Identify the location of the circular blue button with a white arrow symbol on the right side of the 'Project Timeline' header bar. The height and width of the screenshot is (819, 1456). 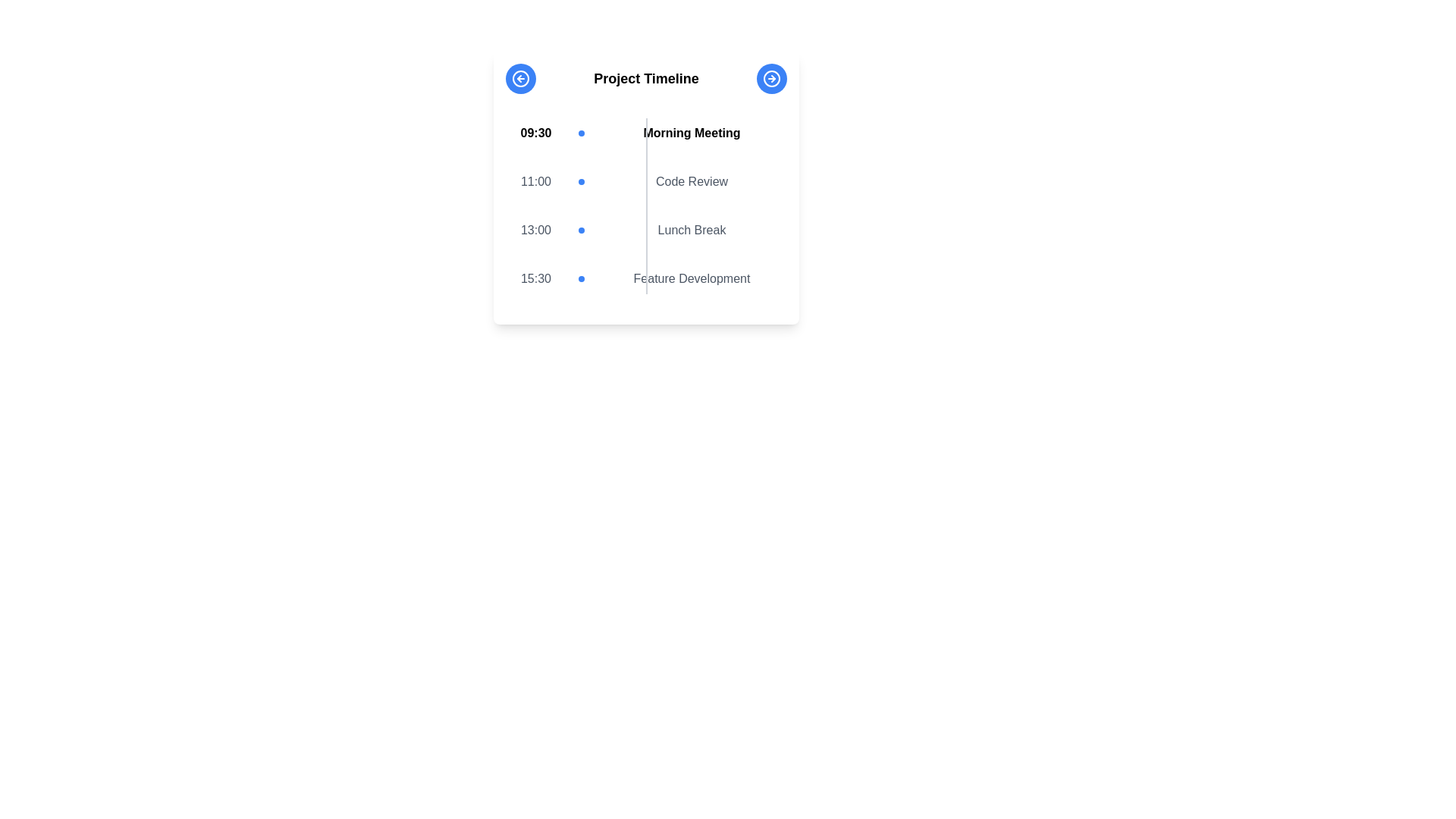
(771, 79).